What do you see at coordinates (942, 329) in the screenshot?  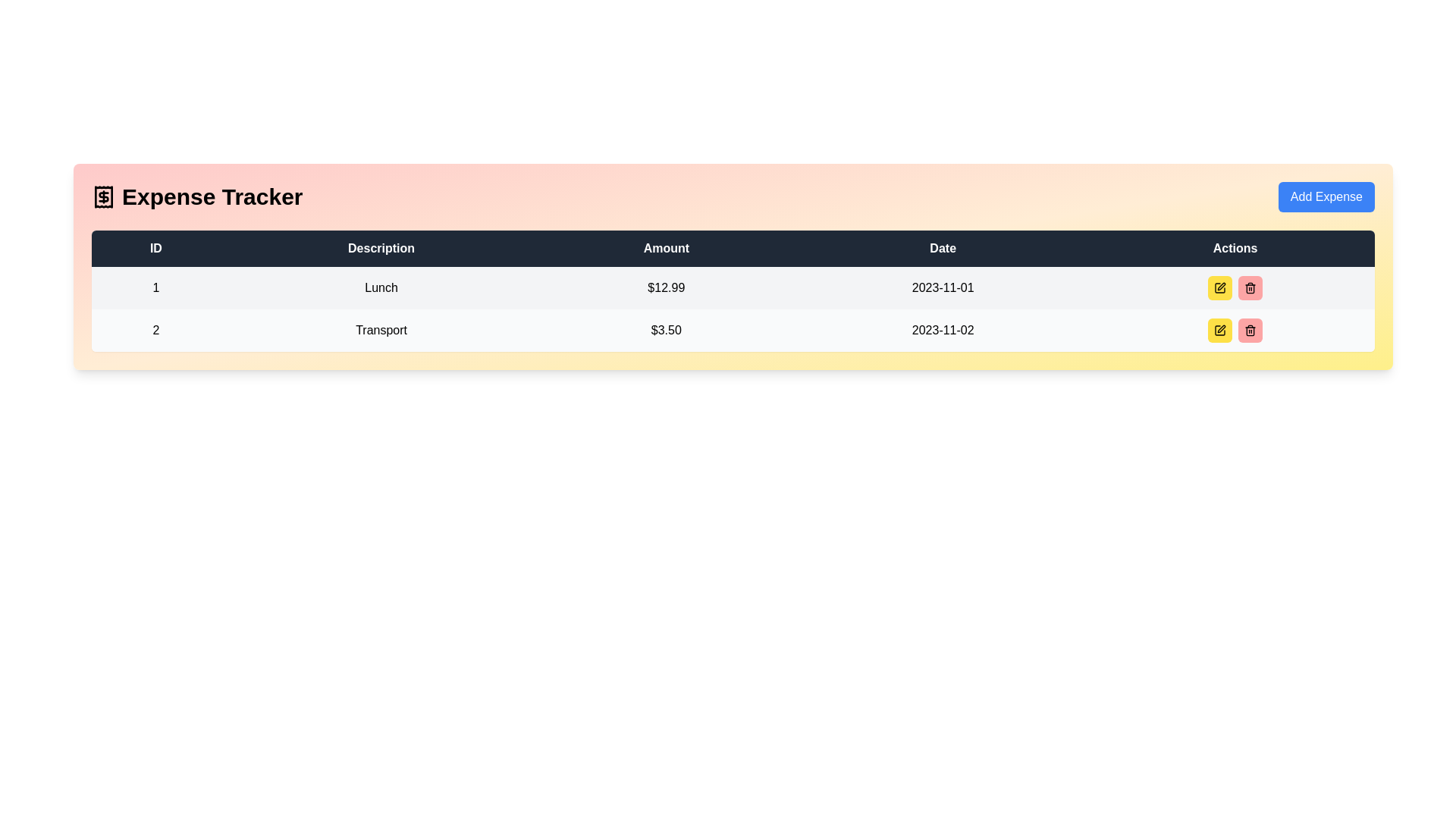 I see `the text display element showing the date '2023-11-02' located in the last column under the 'Date' heading of the table` at bounding box center [942, 329].